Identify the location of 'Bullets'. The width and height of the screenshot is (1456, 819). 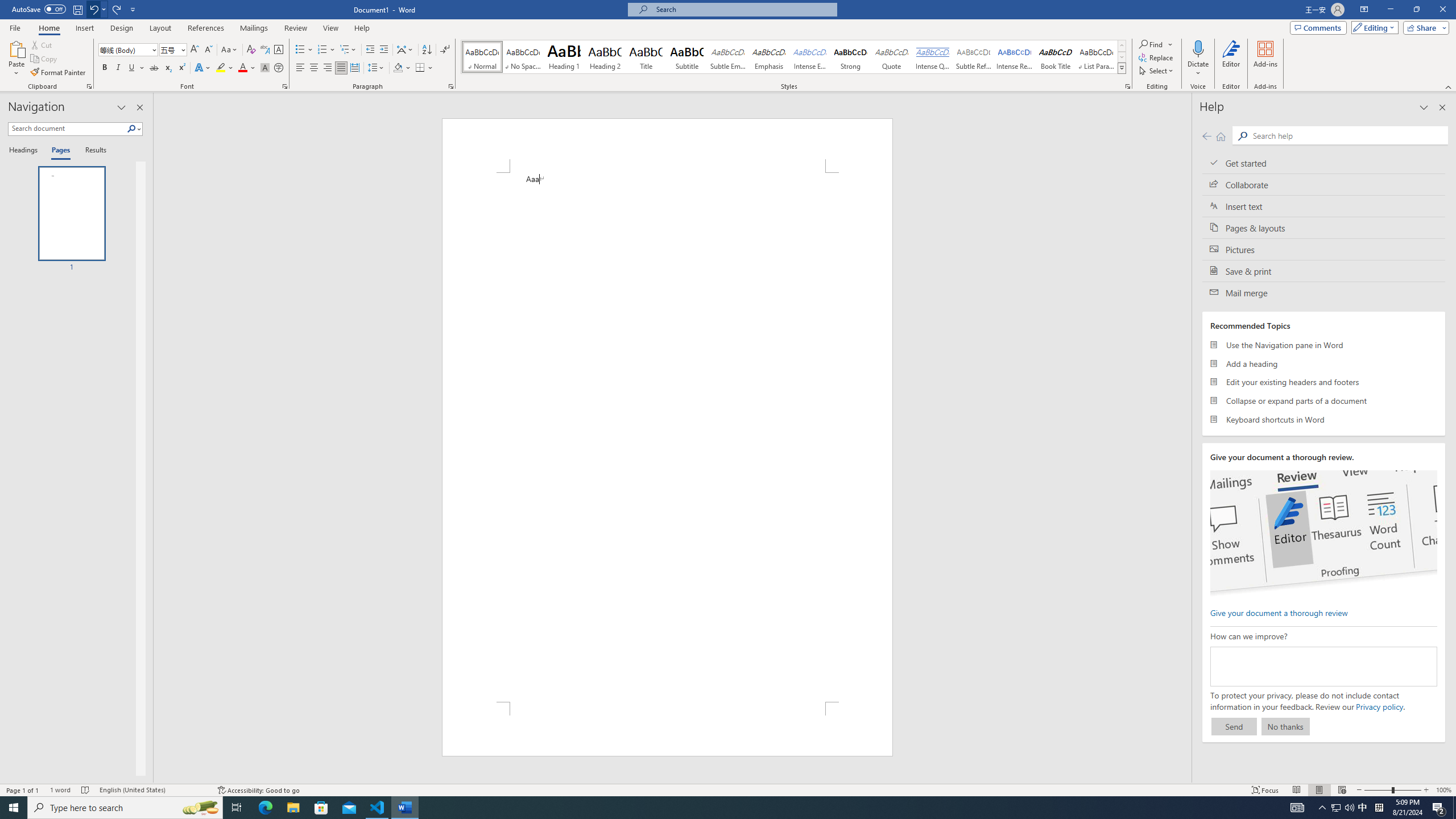
(304, 49).